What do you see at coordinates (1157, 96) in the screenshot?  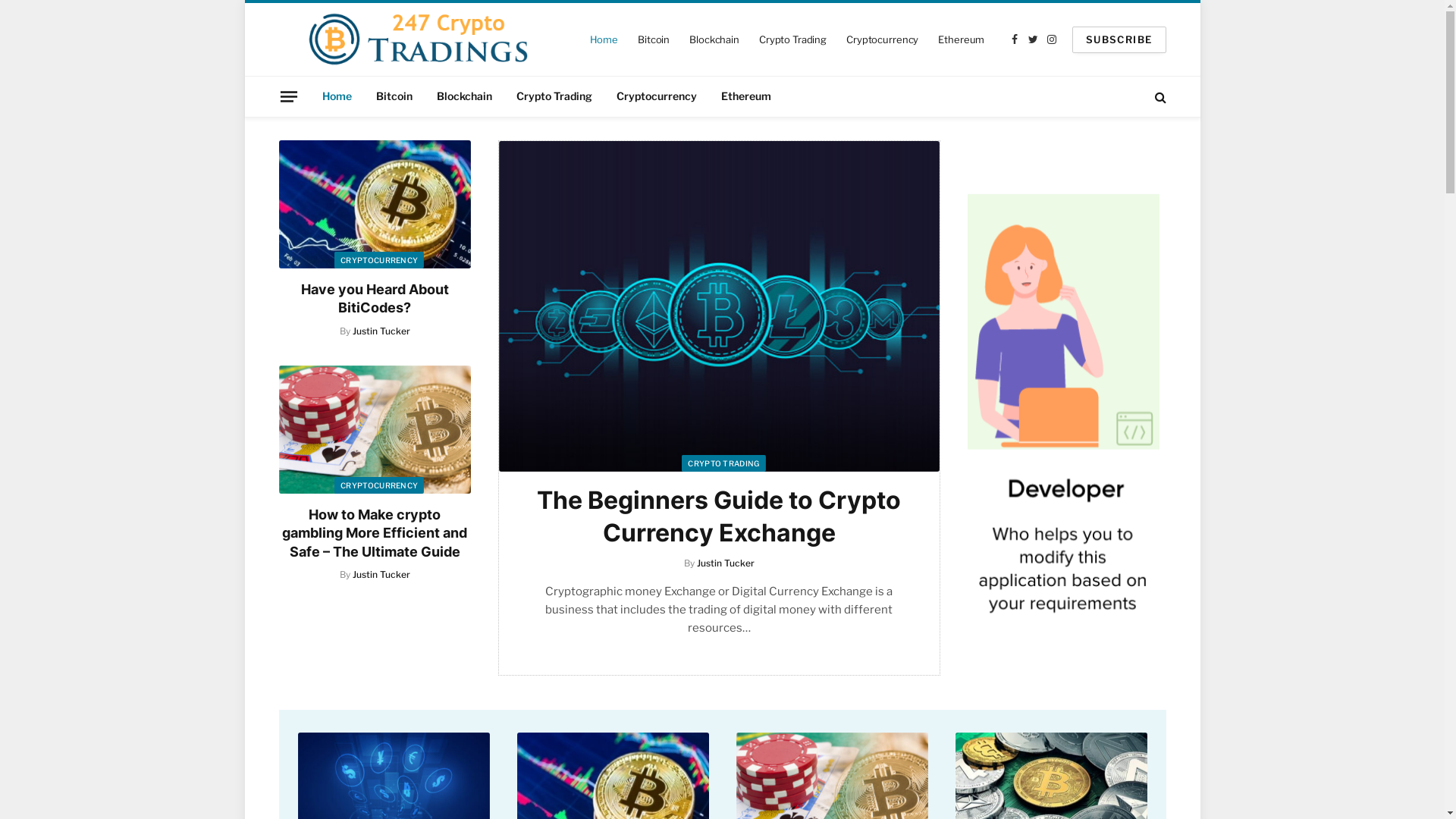 I see `'Search'` at bounding box center [1157, 96].